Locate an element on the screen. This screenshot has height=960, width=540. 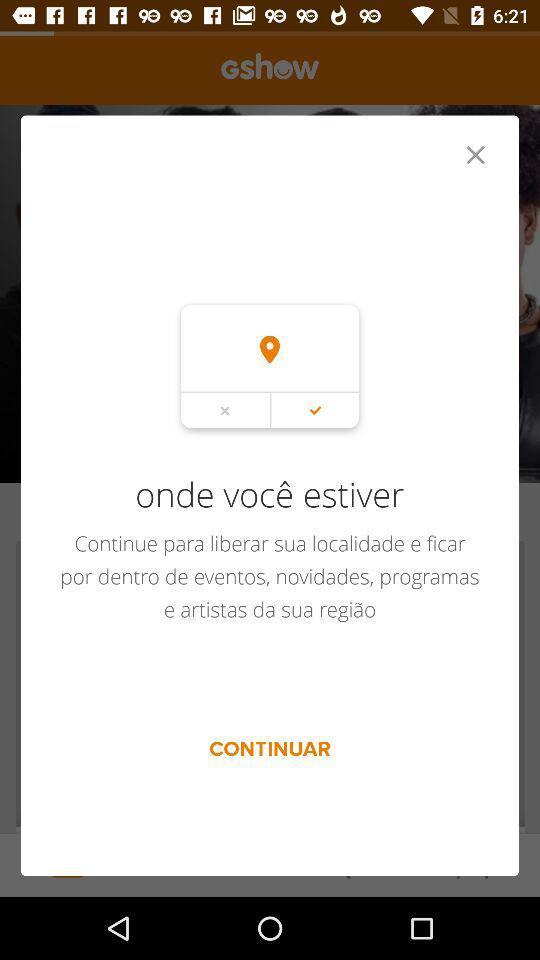
item at the bottom is located at coordinates (270, 748).